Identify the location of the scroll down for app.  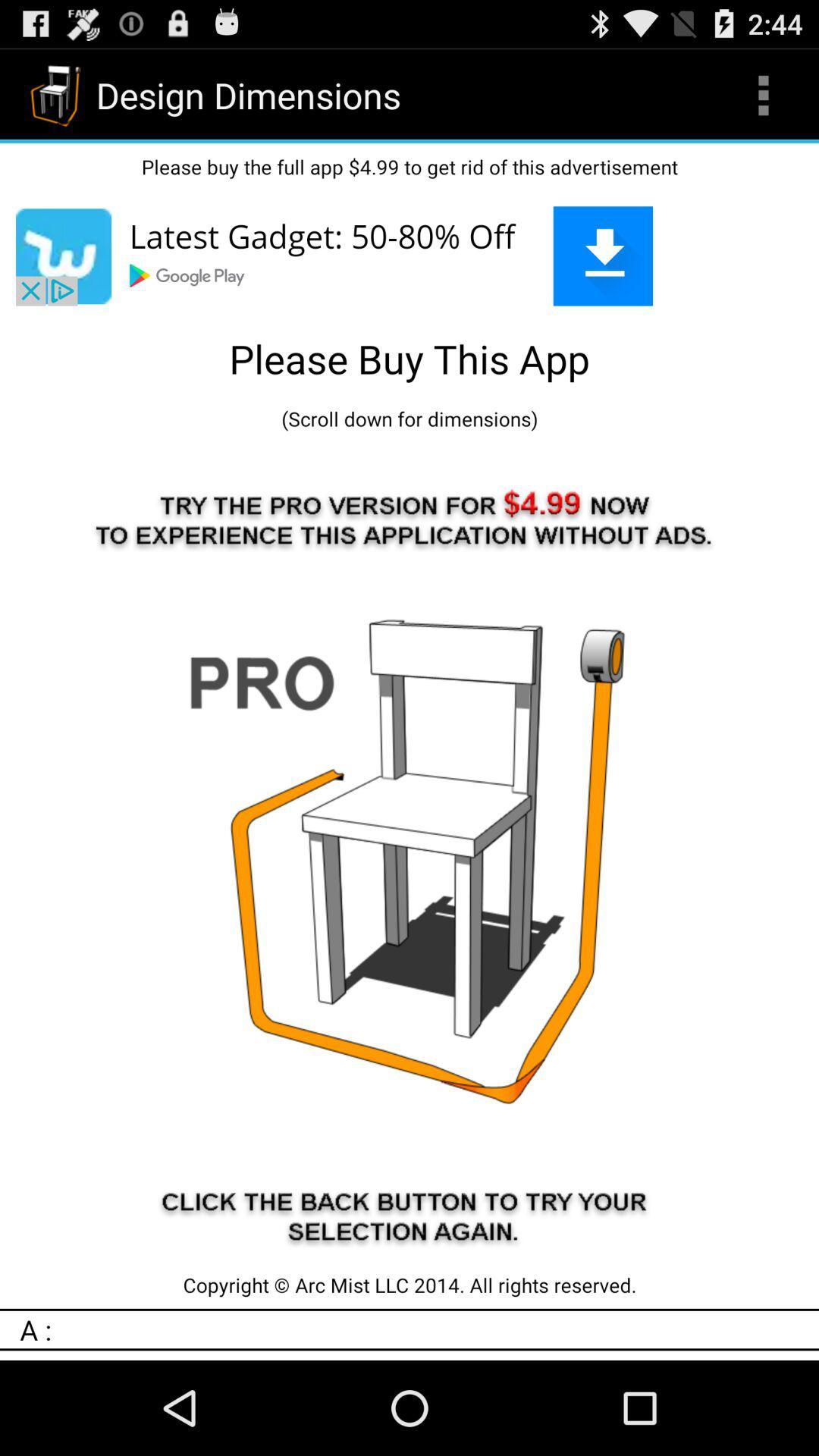
(409, 419).